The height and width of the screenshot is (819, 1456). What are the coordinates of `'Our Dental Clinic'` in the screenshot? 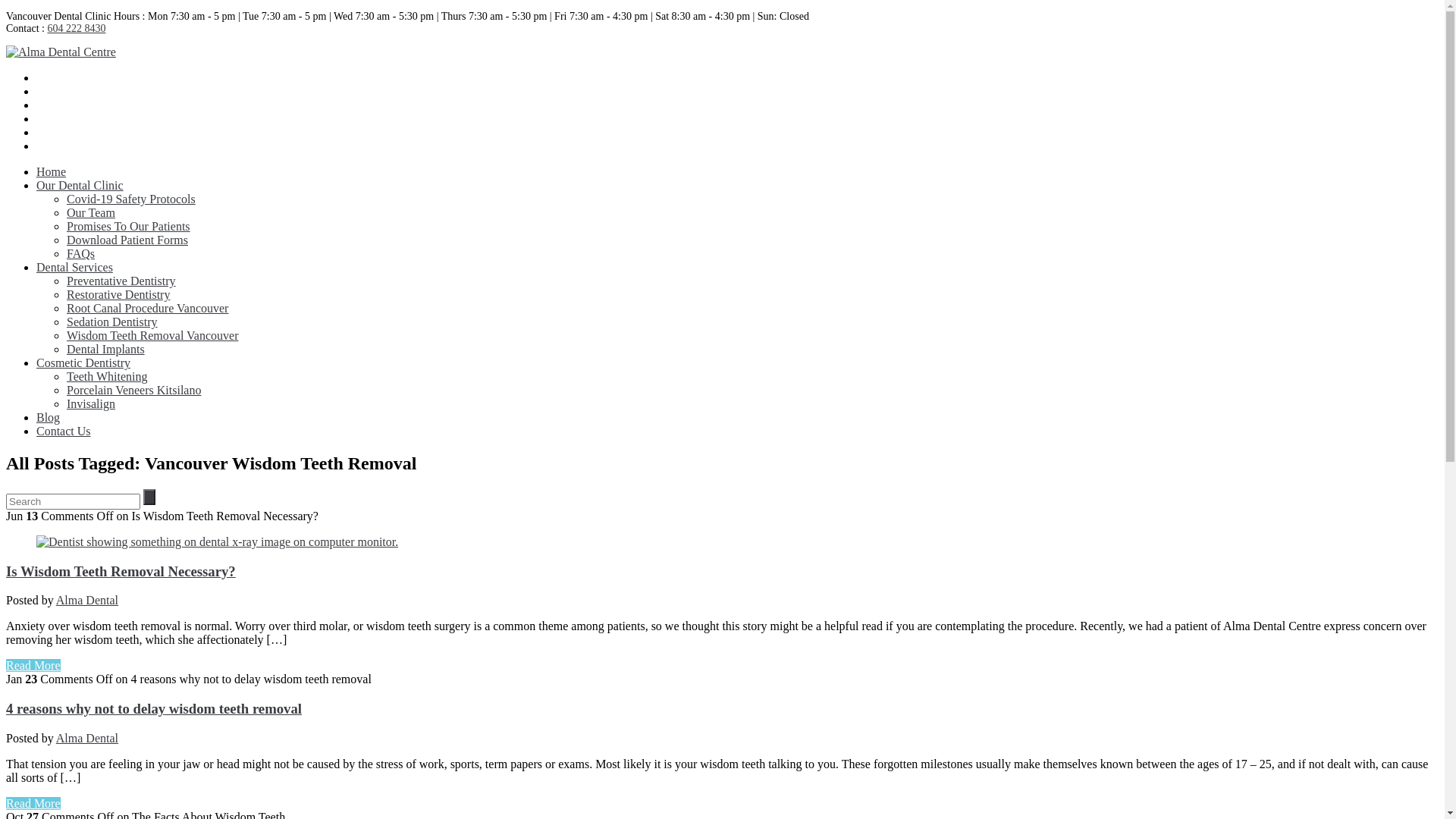 It's located at (36, 184).